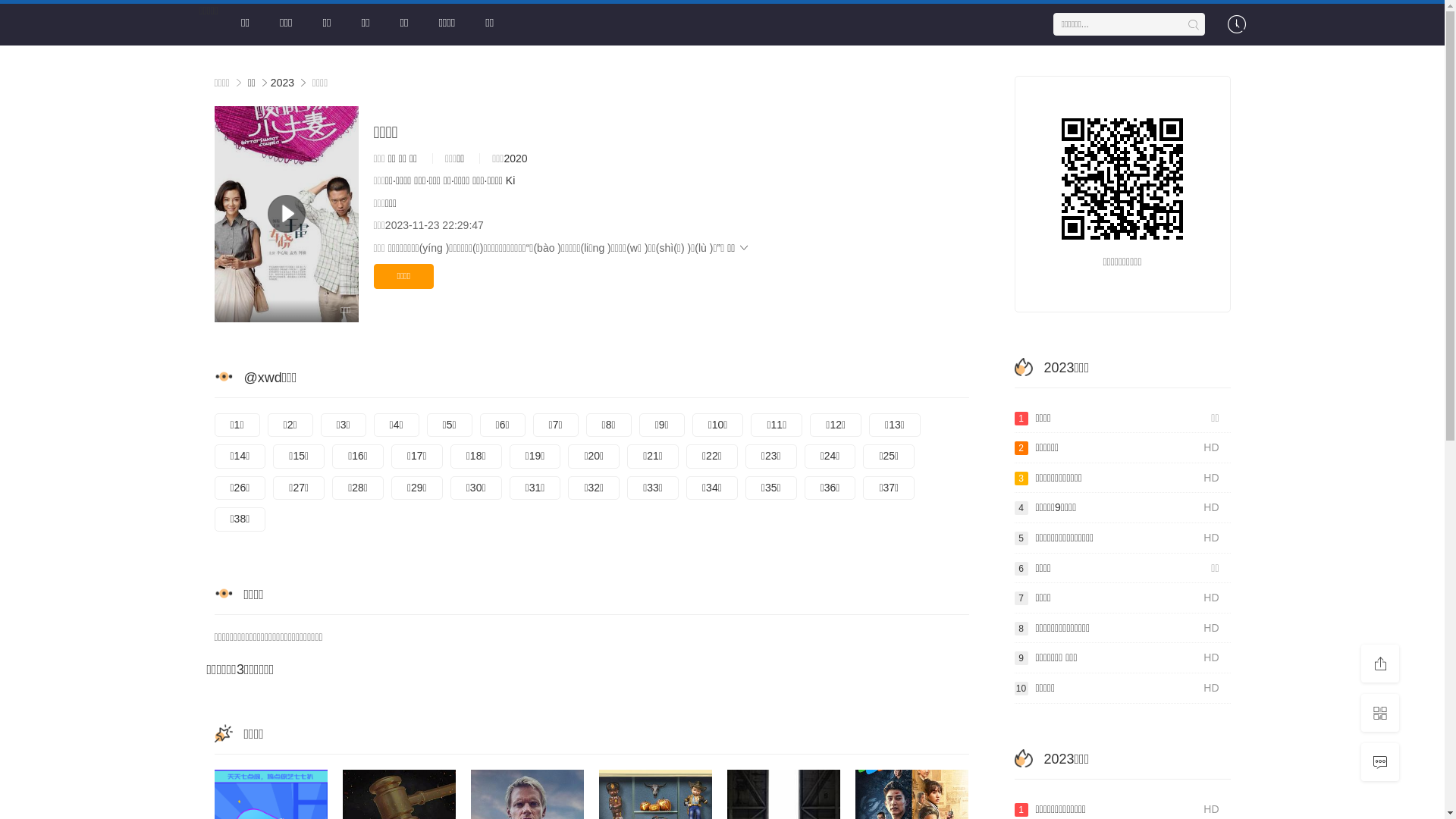 The image size is (1456, 819). What do you see at coordinates (282, 82) in the screenshot?
I see `'2023'` at bounding box center [282, 82].